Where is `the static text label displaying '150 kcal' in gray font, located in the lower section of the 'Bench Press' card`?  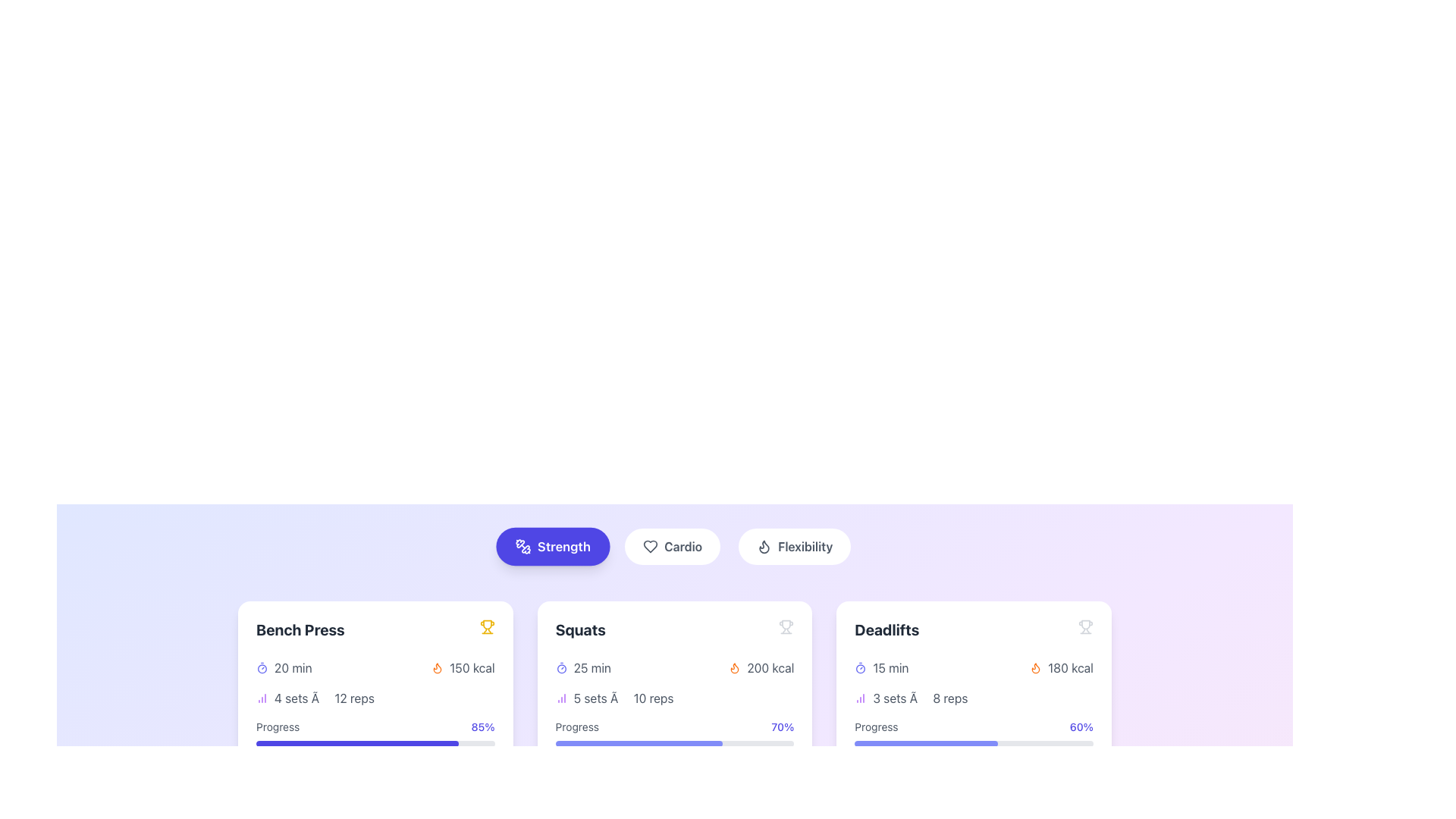 the static text label displaying '150 kcal' in gray font, located in the lower section of the 'Bench Press' card is located at coordinates (471, 667).